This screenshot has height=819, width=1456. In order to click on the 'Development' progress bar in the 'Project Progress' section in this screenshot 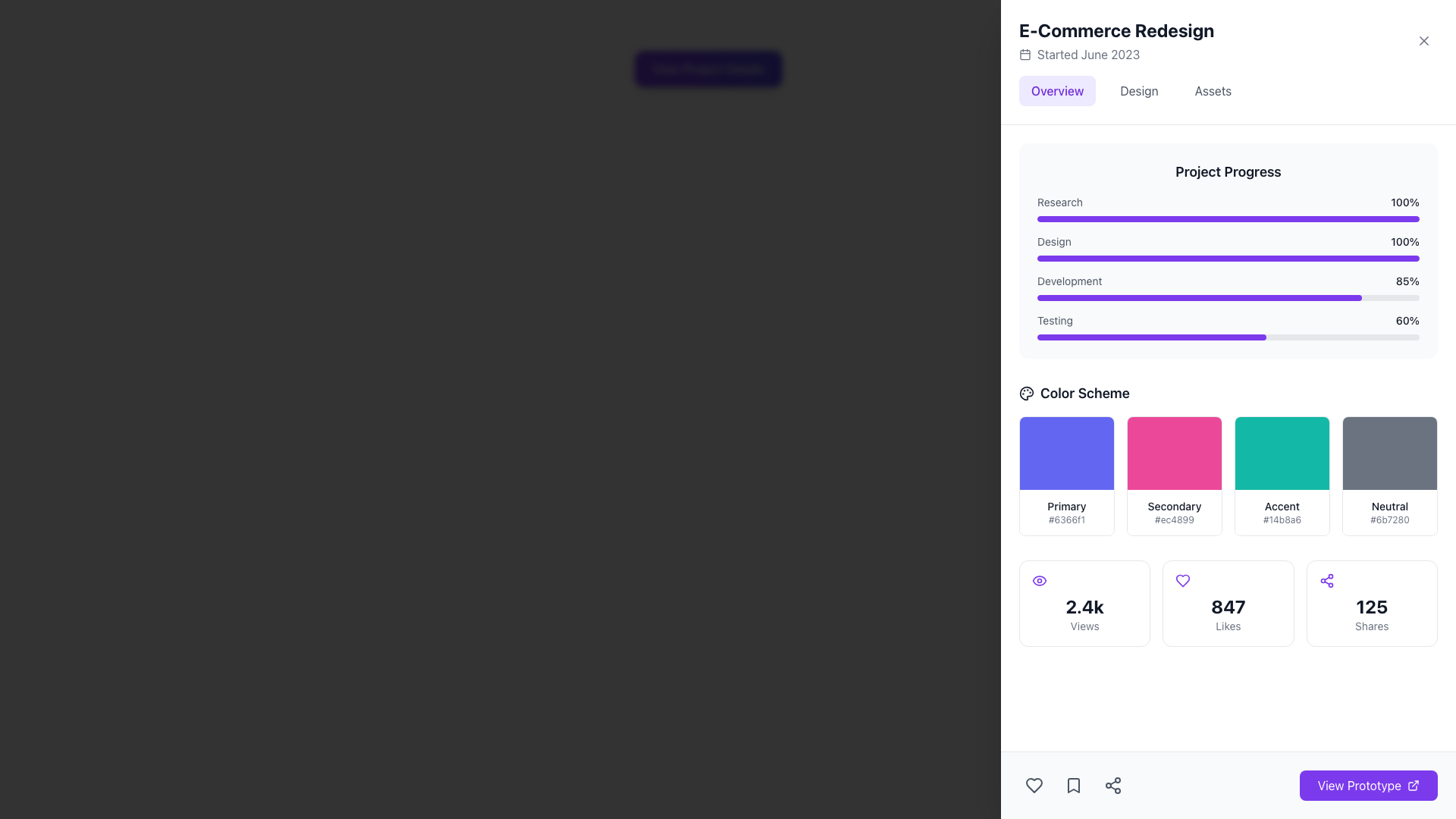, I will do `click(1228, 267)`.